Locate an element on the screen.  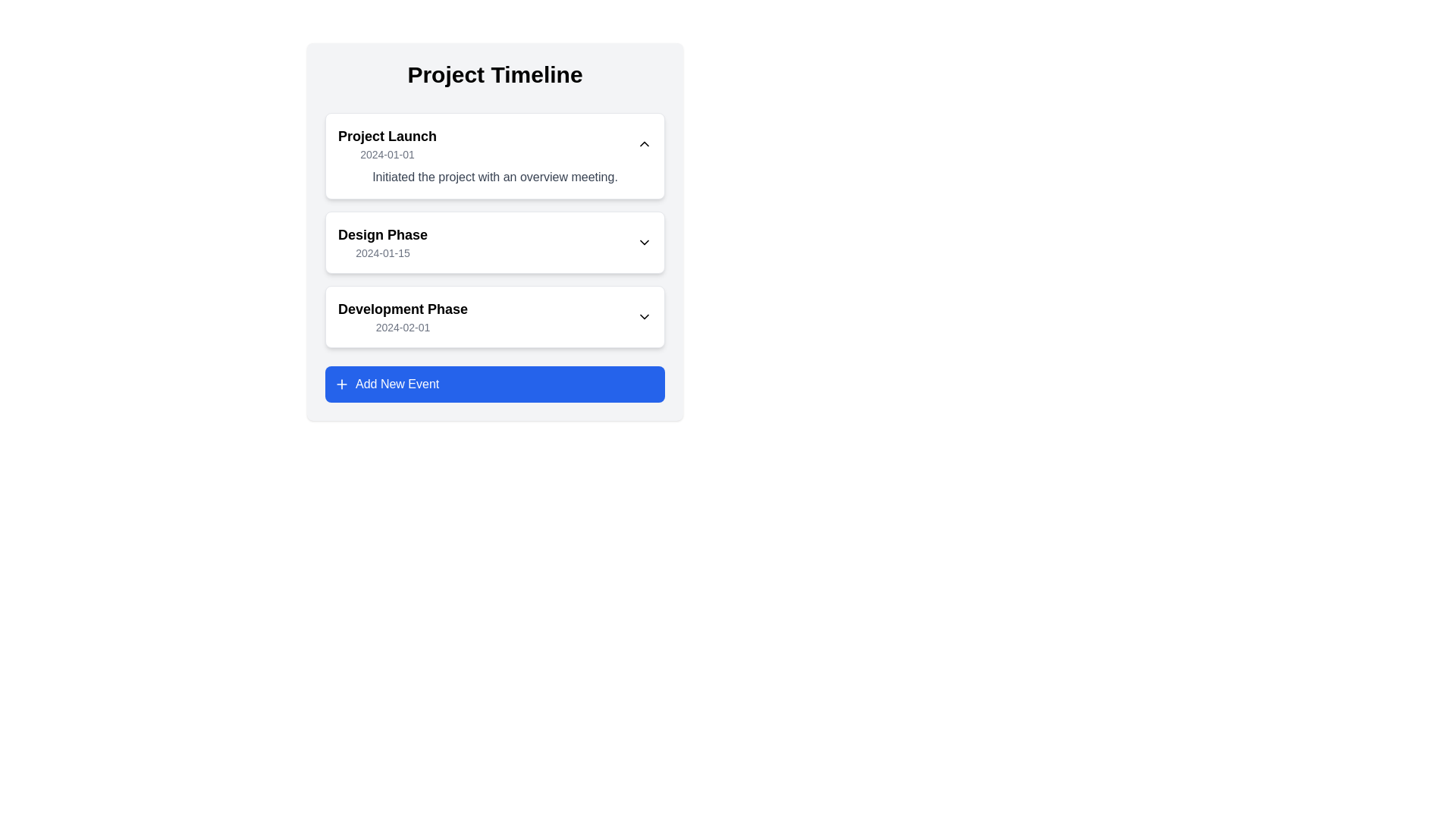
the chevron icon in the top-right corner of the 'Design Phase' card is located at coordinates (644, 242).